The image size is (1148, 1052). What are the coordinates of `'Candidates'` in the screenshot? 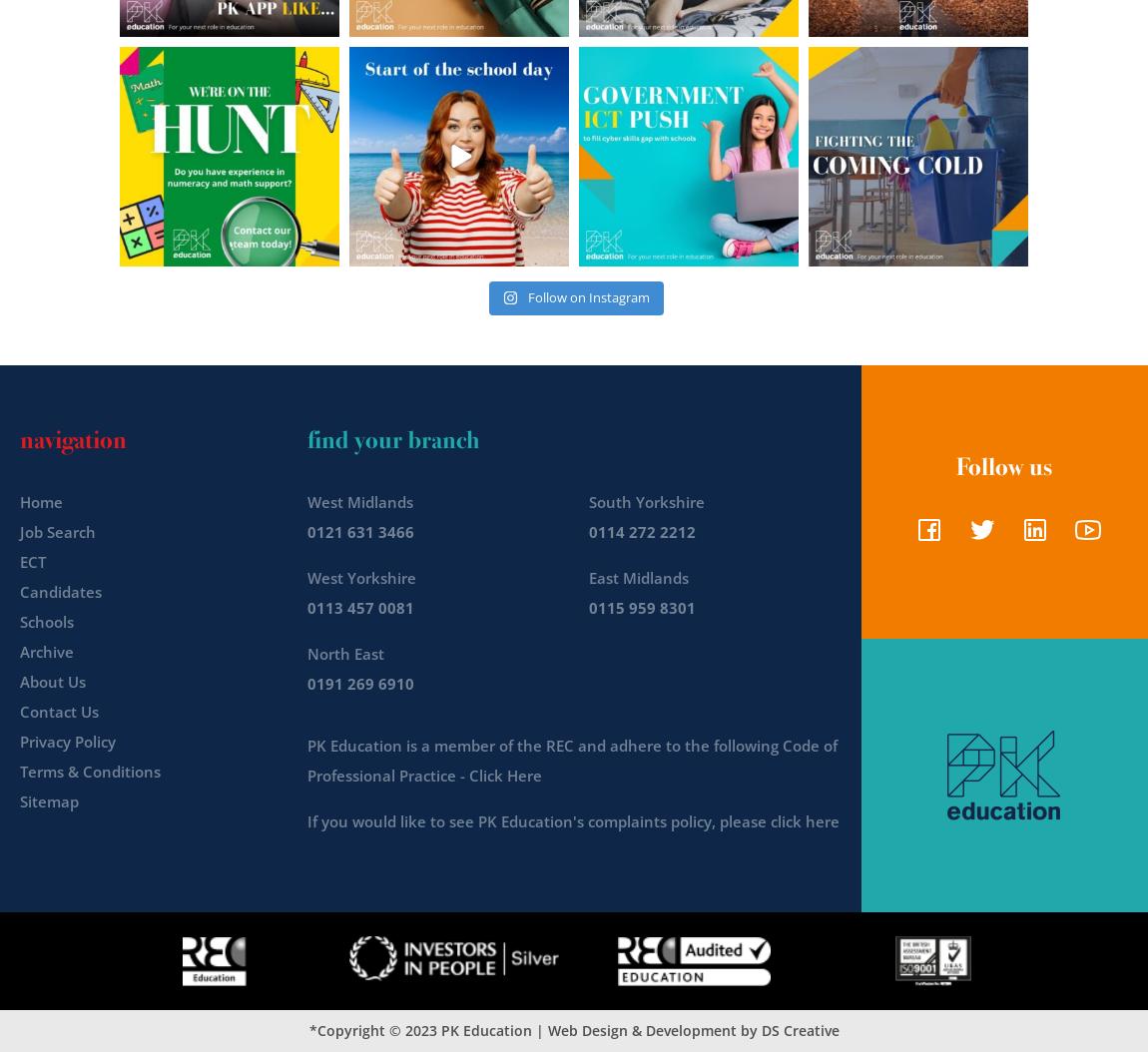 It's located at (59, 590).